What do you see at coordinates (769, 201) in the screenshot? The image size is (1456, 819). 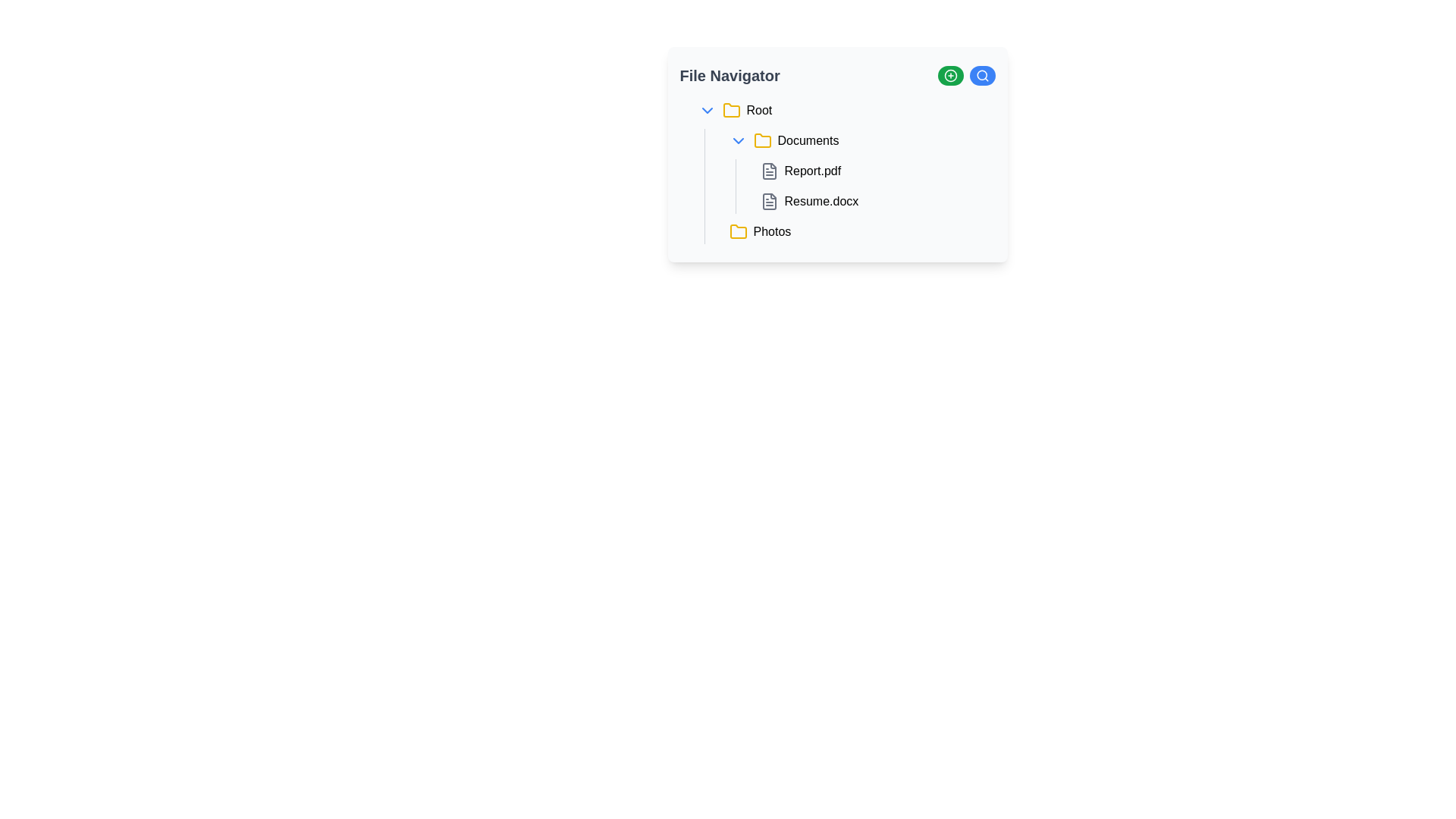 I see `the document icon located to the left of 'Resume.docx' in the file navigator under the 'Documents' folder` at bounding box center [769, 201].